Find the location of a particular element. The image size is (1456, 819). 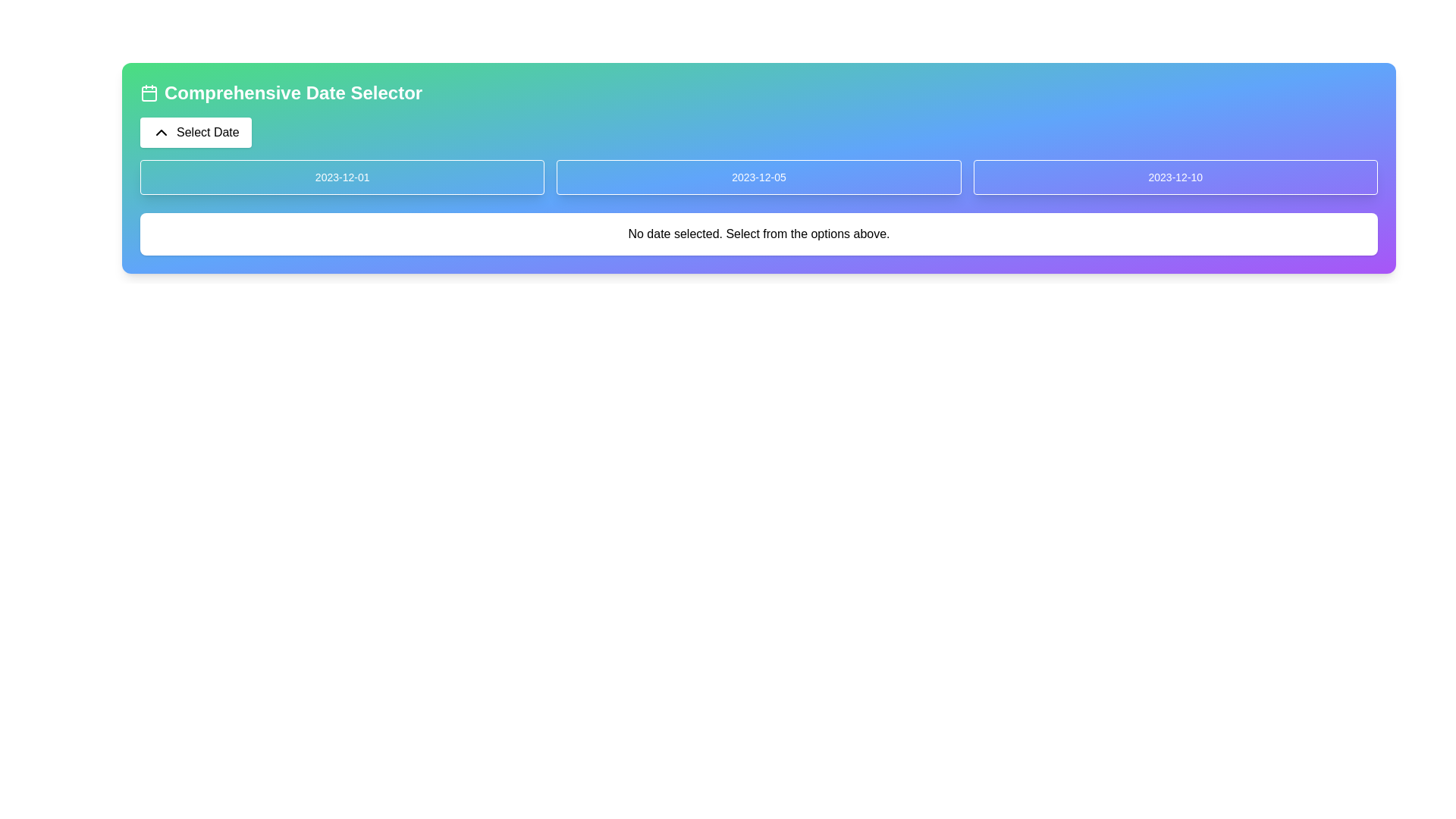

the 'Select Date' button, which is a rectangular button with white background and black text, located is located at coordinates (195, 131).